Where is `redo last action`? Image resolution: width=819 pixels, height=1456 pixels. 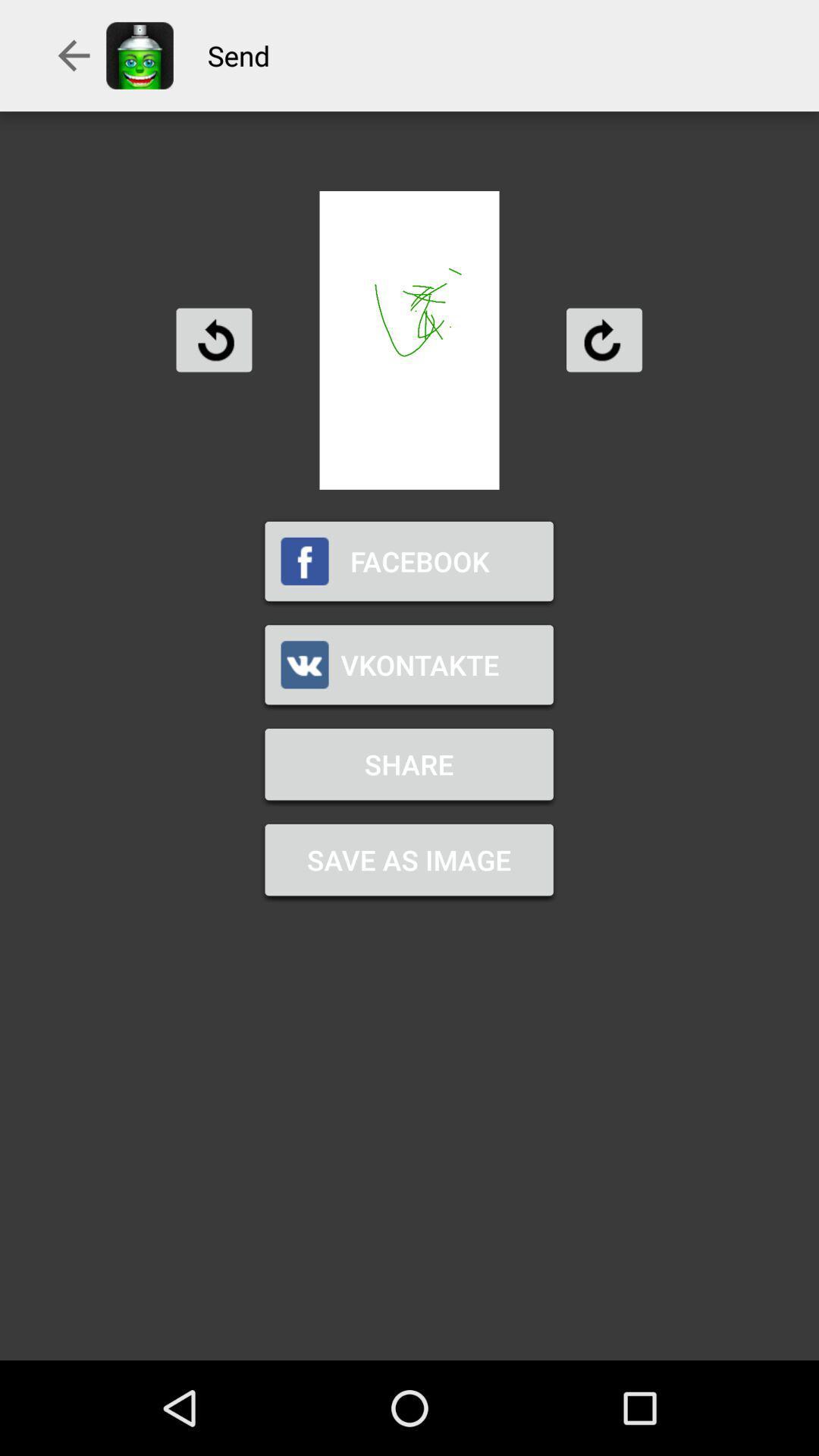 redo last action is located at coordinates (603, 339).